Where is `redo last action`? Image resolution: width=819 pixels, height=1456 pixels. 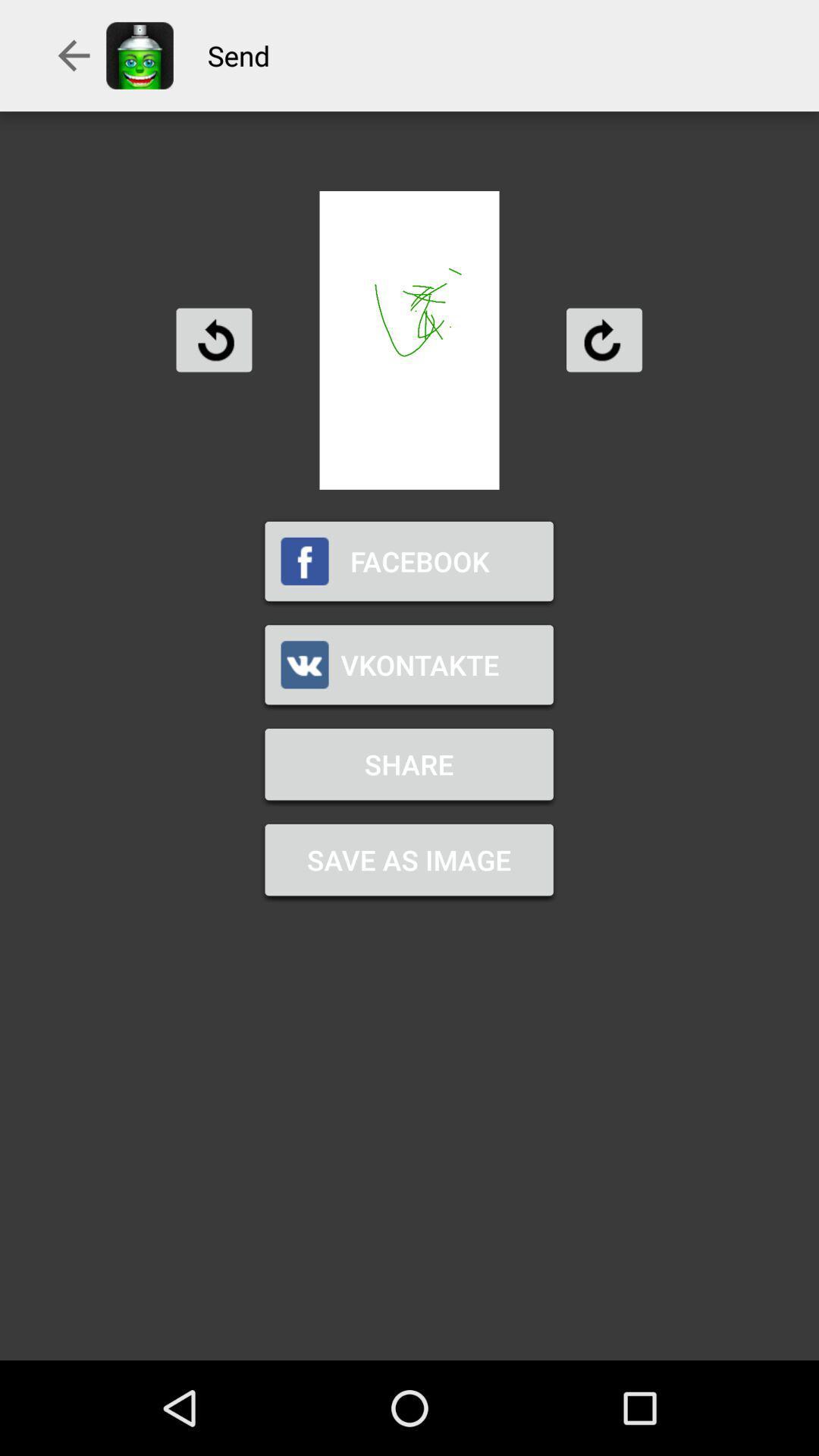 redo last action is located at coordinates (603, 339).